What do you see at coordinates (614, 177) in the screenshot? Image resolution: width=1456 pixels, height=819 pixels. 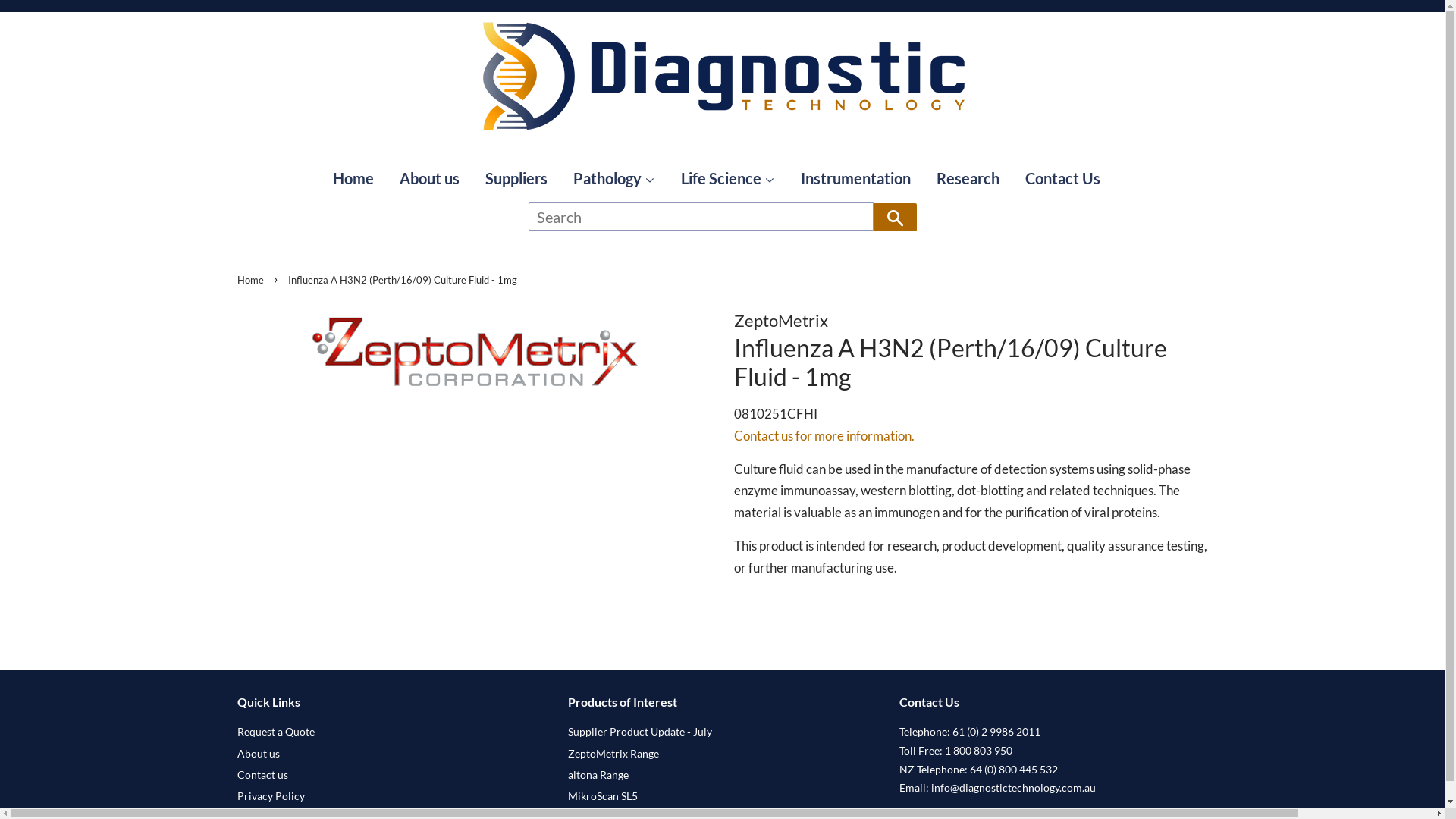 I see `'Pathology'` at bounding box center [614, 177].